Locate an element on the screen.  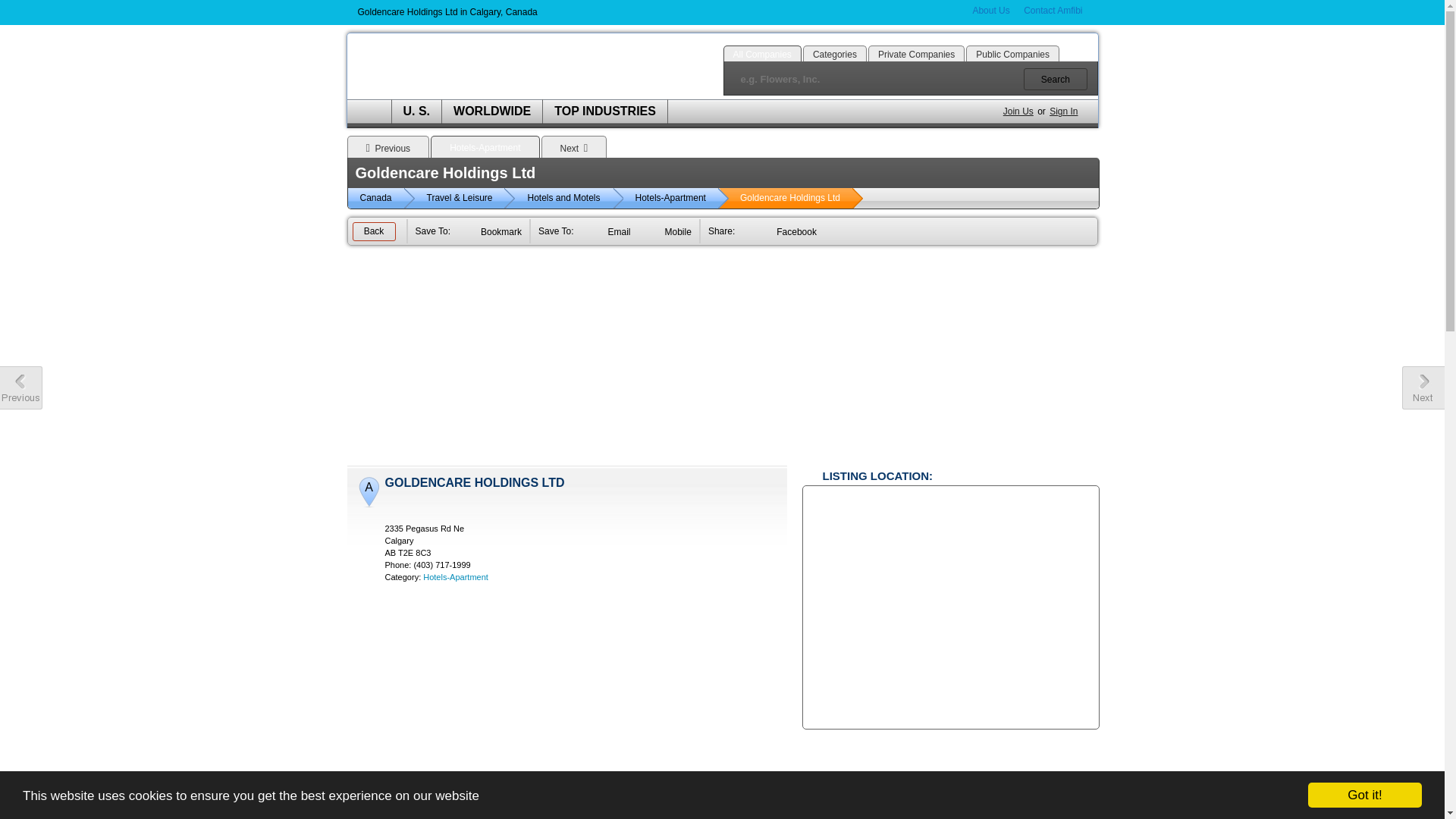
'Private Companies' is located at coordinates (868, 53).